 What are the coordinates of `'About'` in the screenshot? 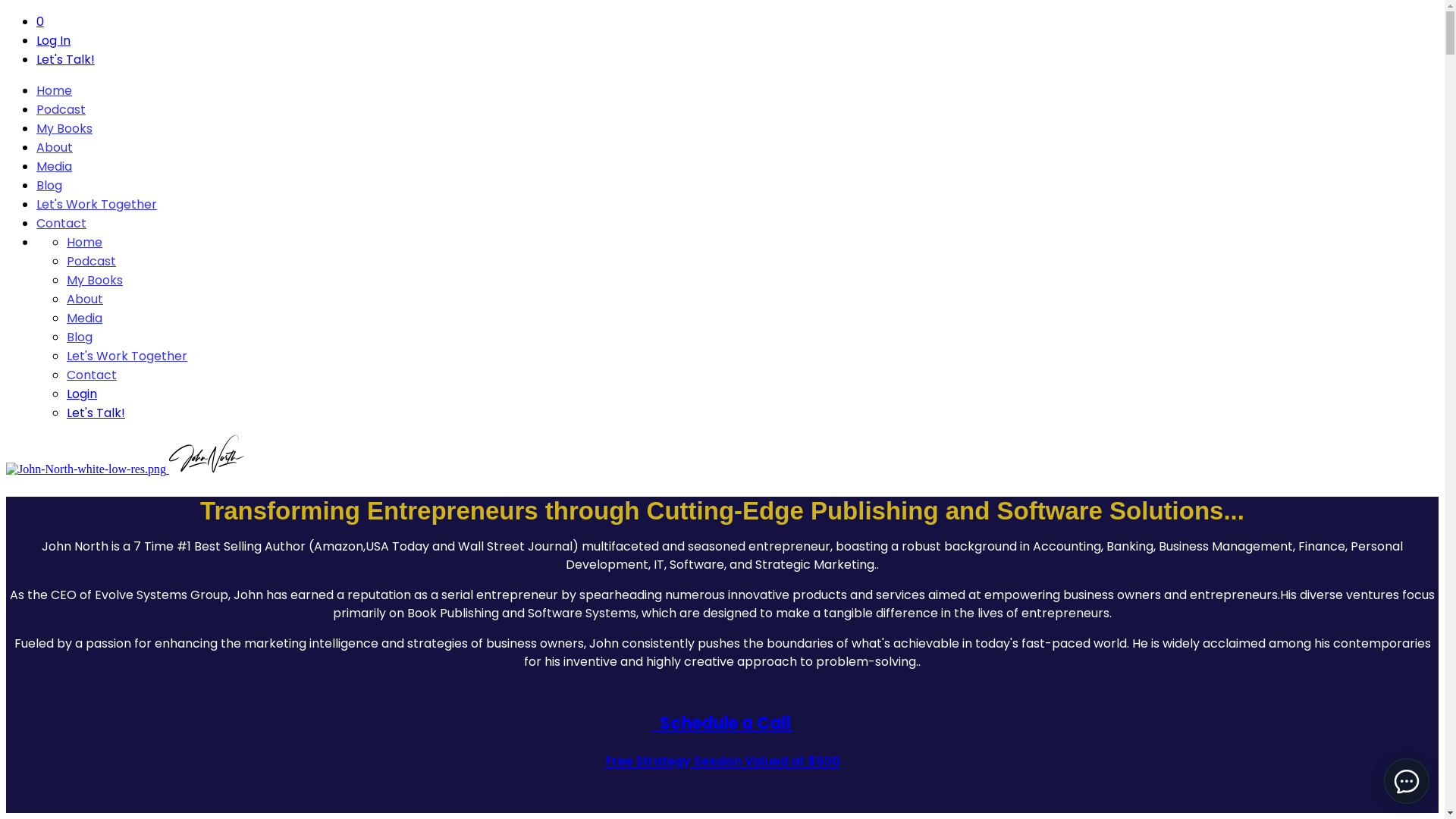 It's located at (65, 299).